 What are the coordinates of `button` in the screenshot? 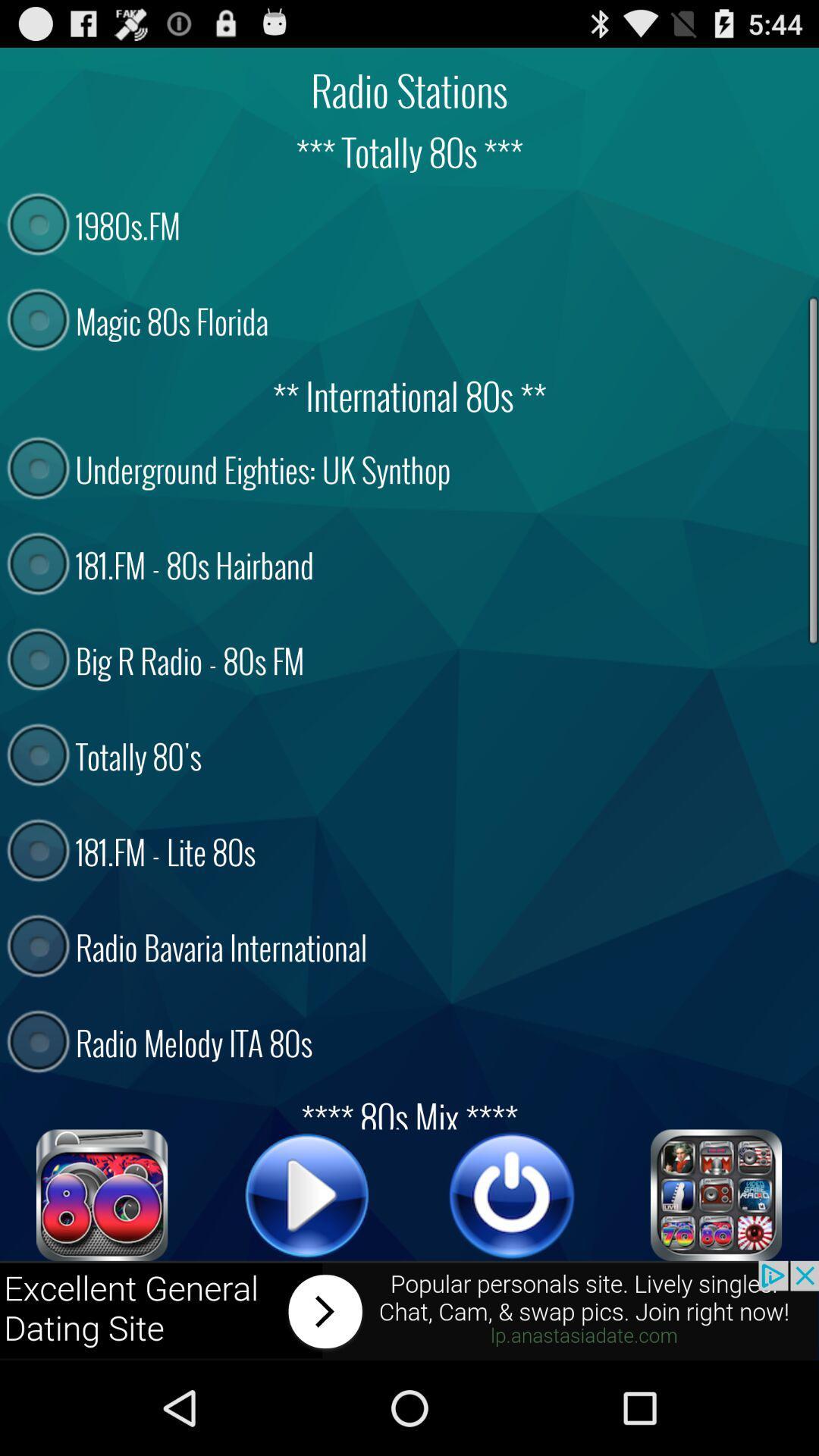 It's located at (307, 1194).